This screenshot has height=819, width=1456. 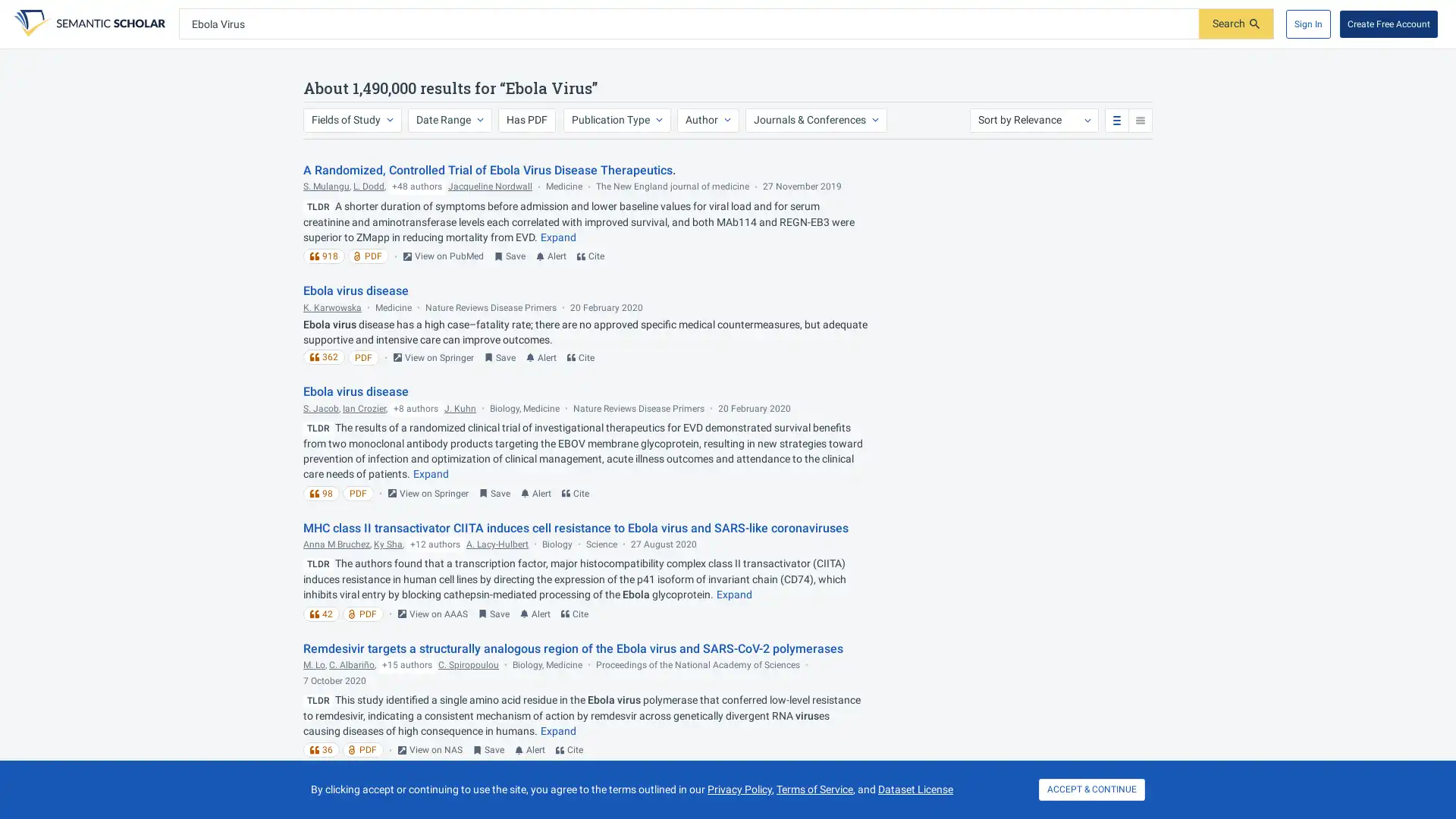 I want to click on Cite this paper, so click(x=589, y=256).